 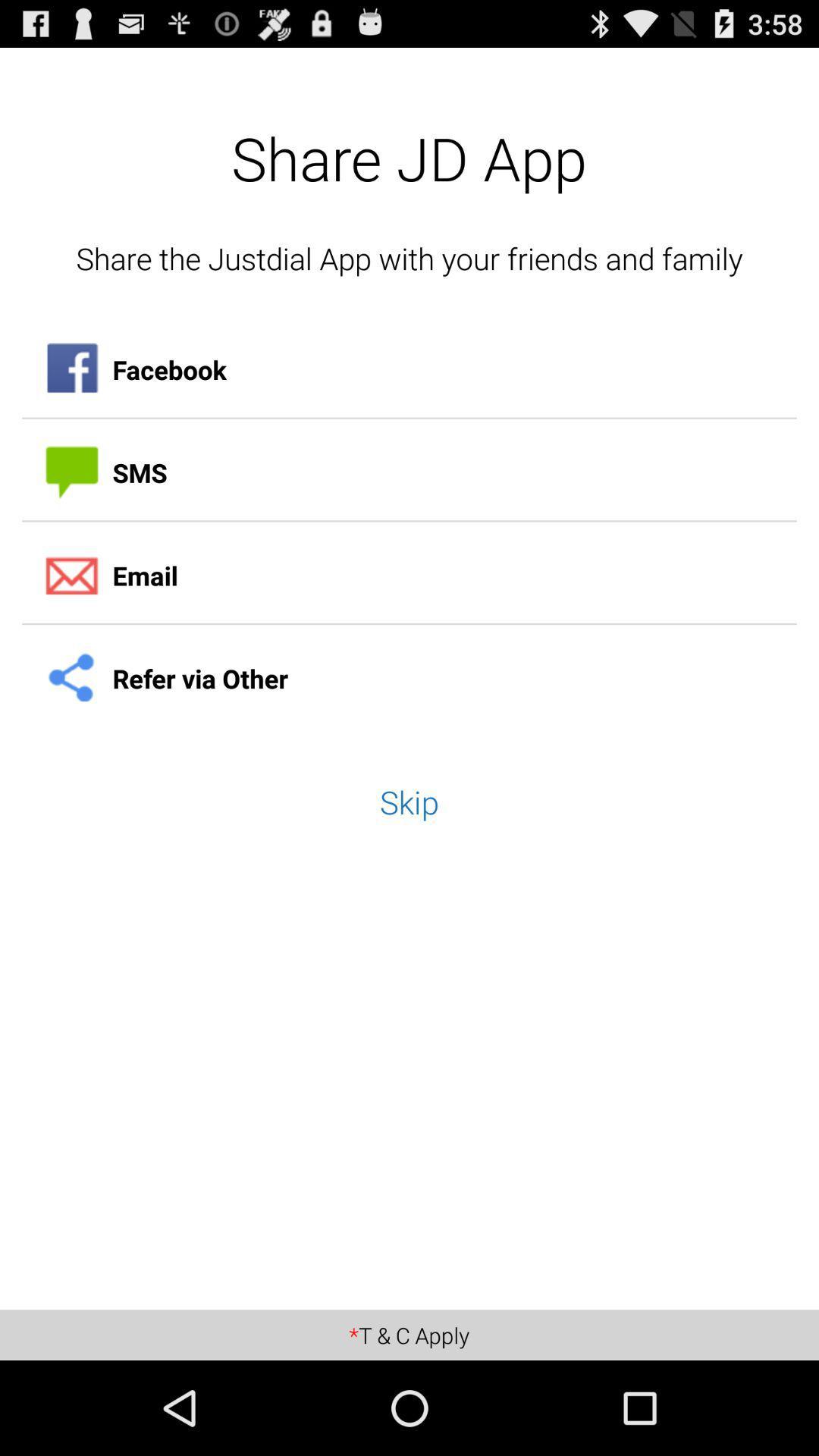 What do you see at coordinates (409, 472) in the screenshot?
I see `item below facebook icon` at bounding box center [409, 472].